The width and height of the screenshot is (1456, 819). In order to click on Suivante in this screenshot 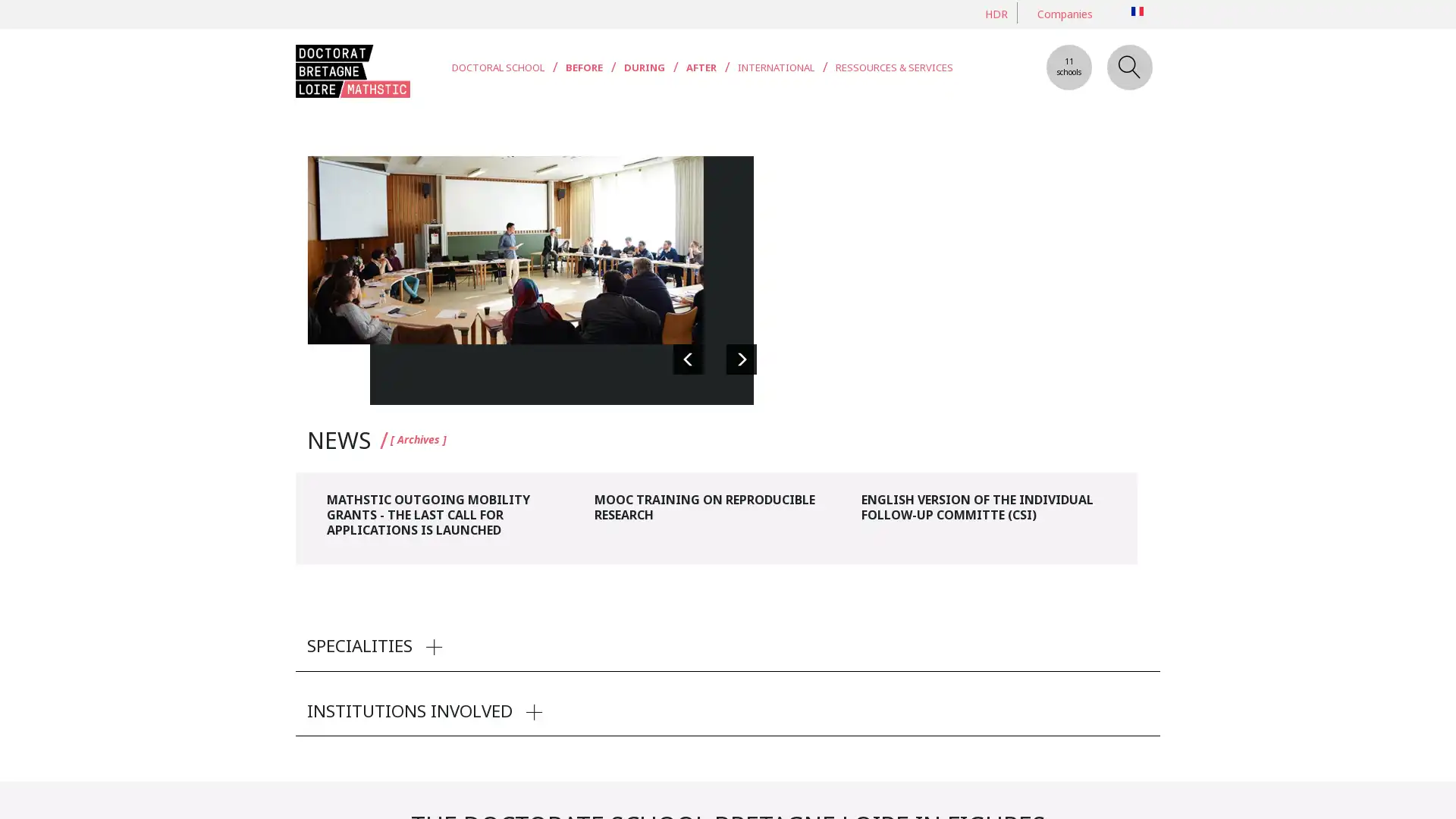, I will do `click(742, 359)`.